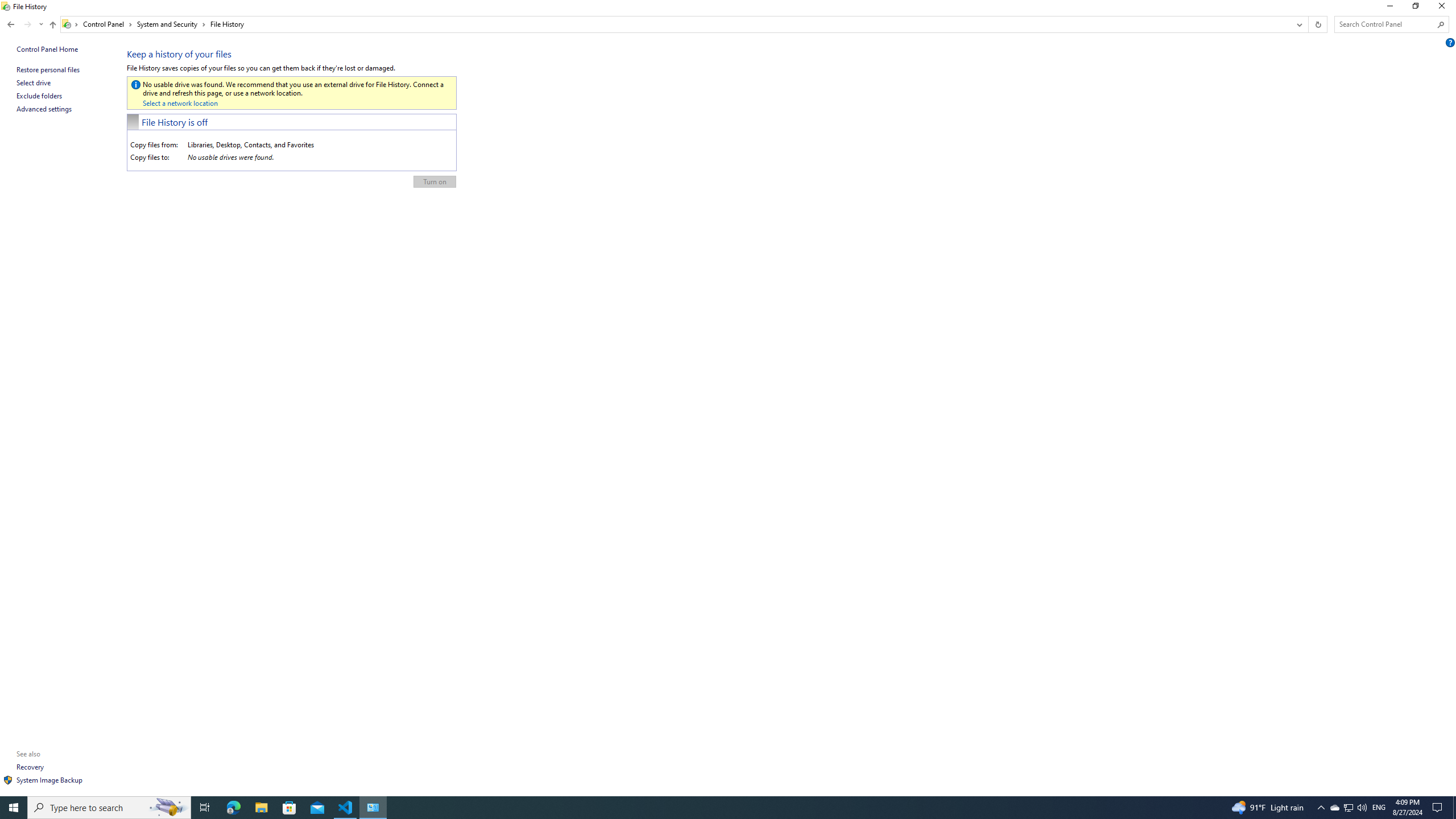 The width and height of the screenshot is (1456, 819). I want to click on 'Up band toolbar', so click(53, 26).